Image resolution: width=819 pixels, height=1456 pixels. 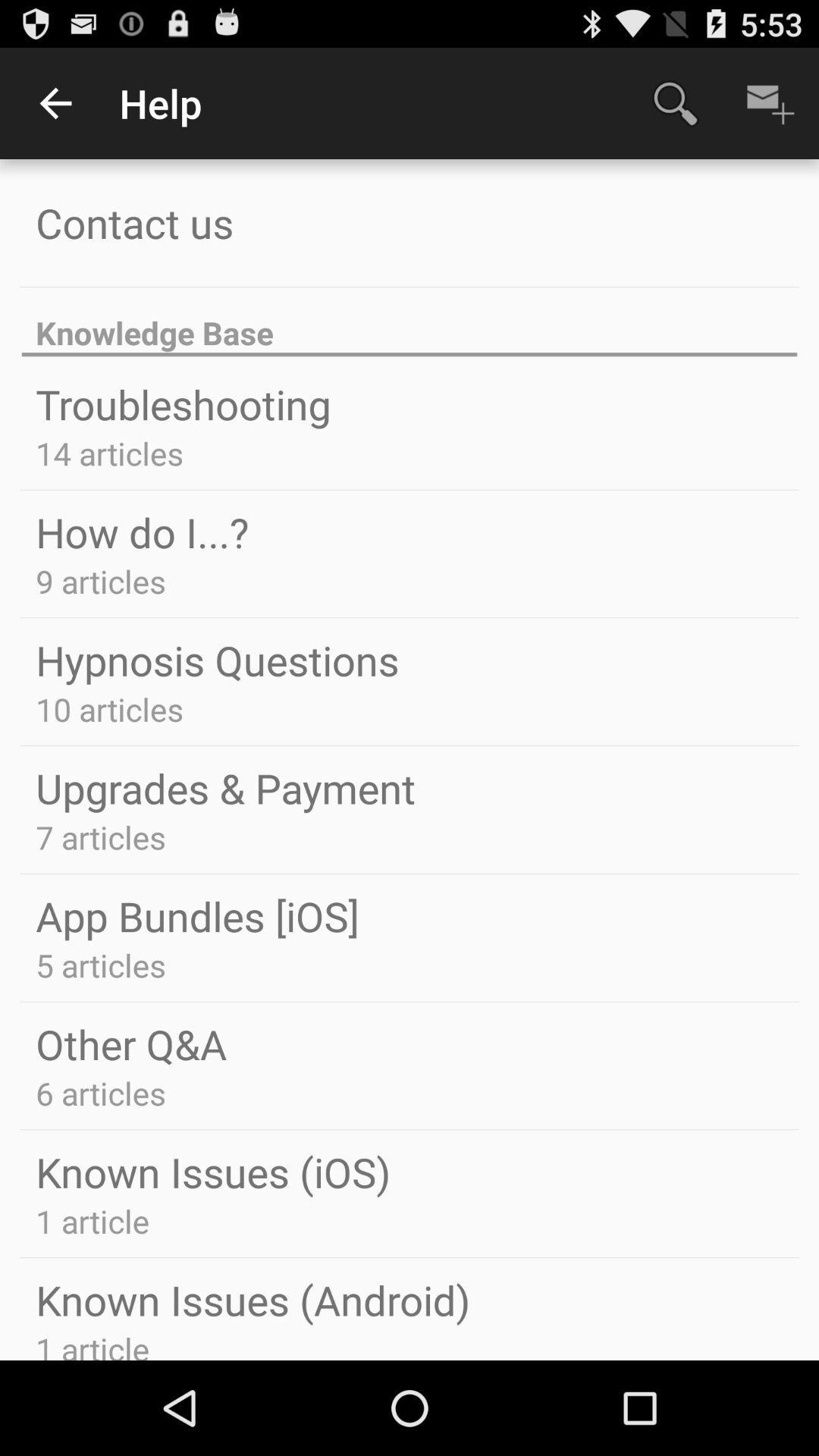 I want to click on icon next to the help app, so click(x=55, y=102).